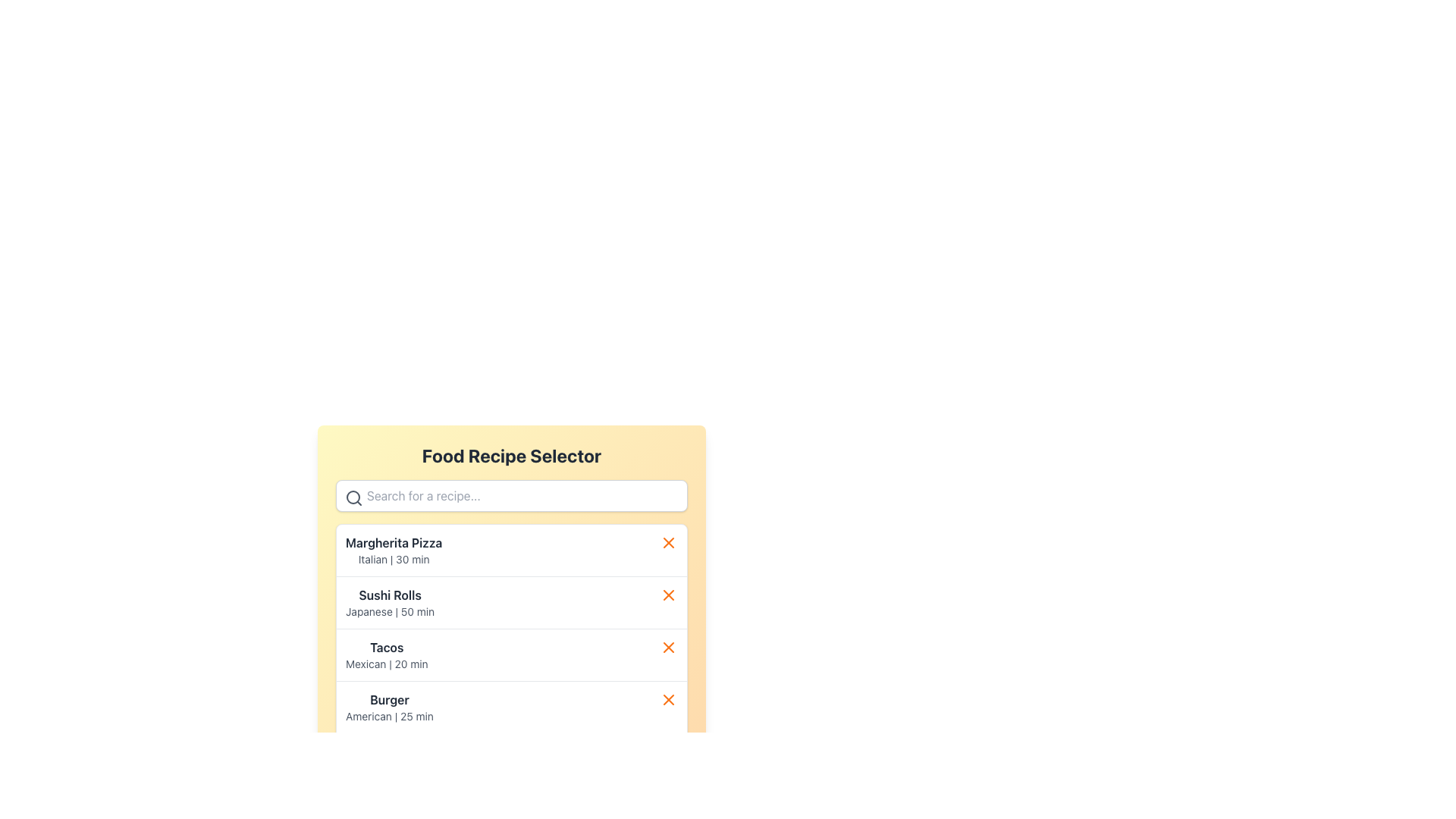 The image size is (1456, 819). Describe the element at coordinates (390, 610) in the screenshot. I see `the text label reading 'Japanese | 50 min', which is styled in gray color and positioned below the title 'Sushi Rolls' in the 'Food Recipe Selector' interface` at that location.